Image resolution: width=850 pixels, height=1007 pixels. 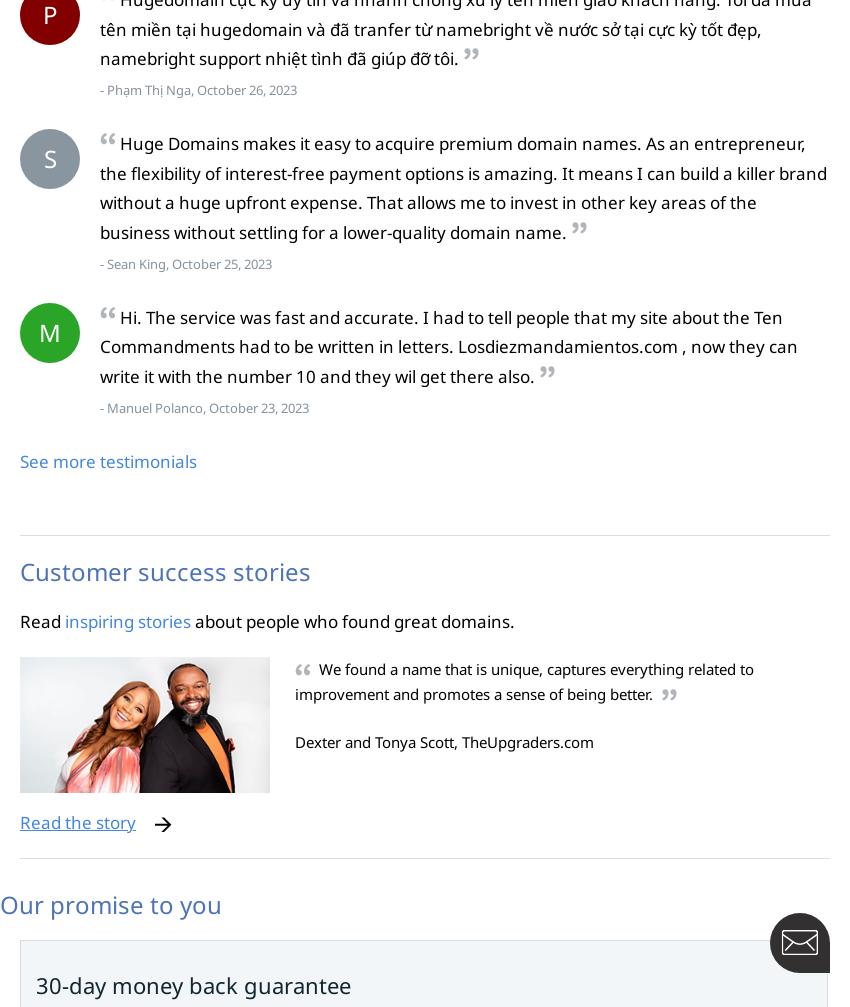 What do you see at coordinates (107, 460) in the screenshot?
I see `'See more testimonials'` at bounding box center [107, 460].